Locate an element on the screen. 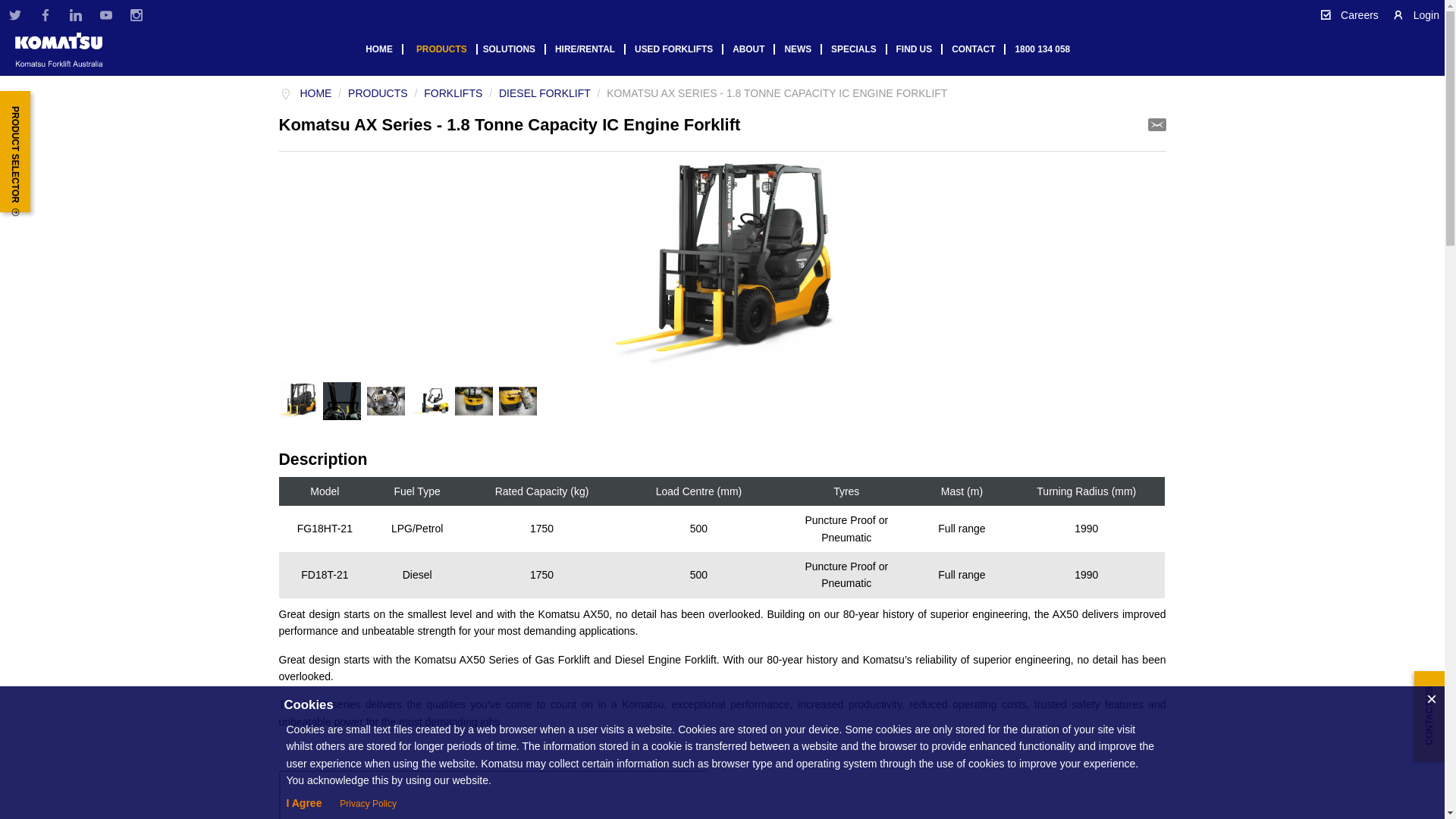 Image resolution: width=1456 pixels, height=819 pixels. 'PRODUCTS' is located at coordinates (446, 49).